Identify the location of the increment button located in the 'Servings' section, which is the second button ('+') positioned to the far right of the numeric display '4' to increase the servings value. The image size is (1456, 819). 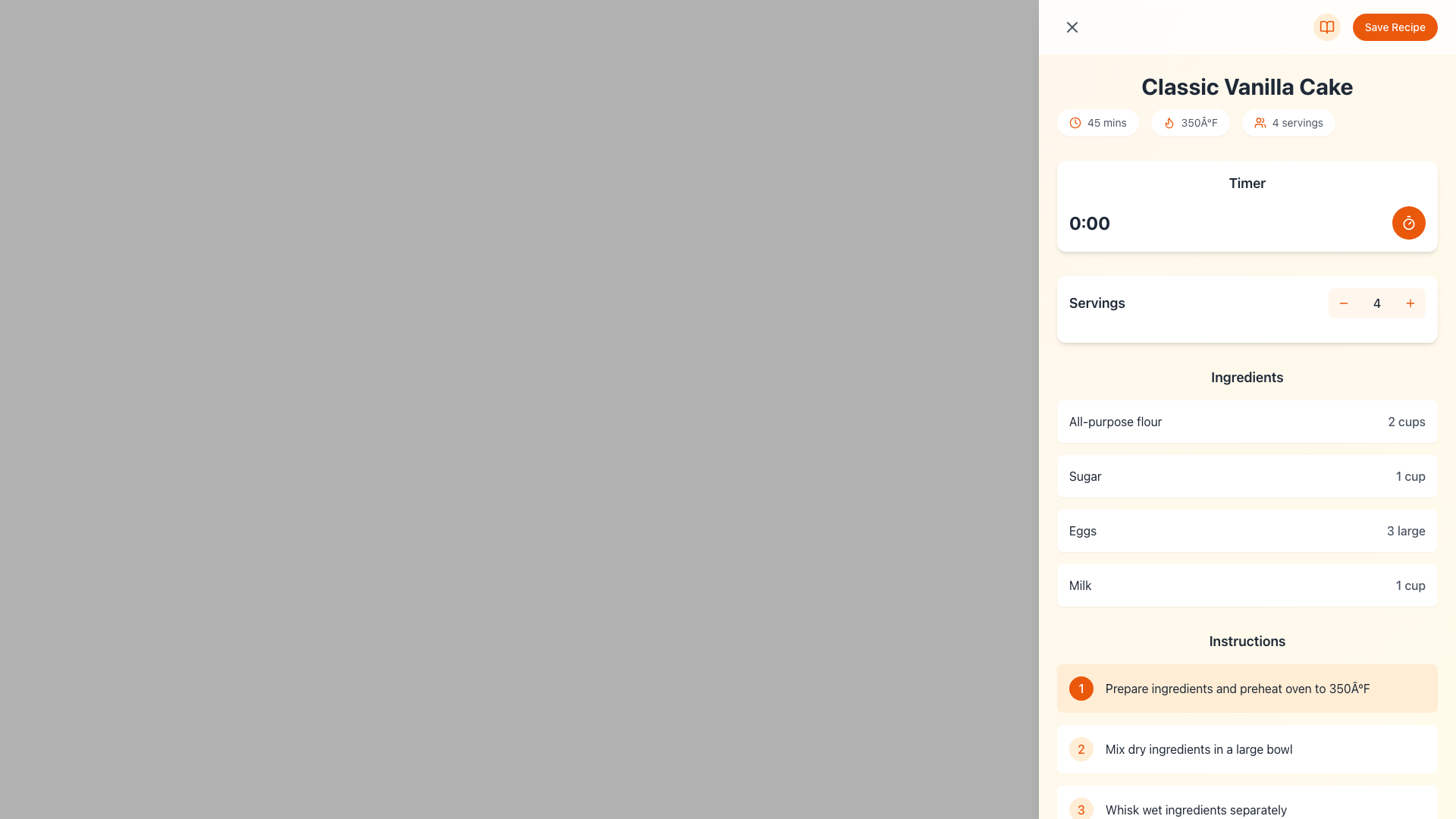
(1410, 303).